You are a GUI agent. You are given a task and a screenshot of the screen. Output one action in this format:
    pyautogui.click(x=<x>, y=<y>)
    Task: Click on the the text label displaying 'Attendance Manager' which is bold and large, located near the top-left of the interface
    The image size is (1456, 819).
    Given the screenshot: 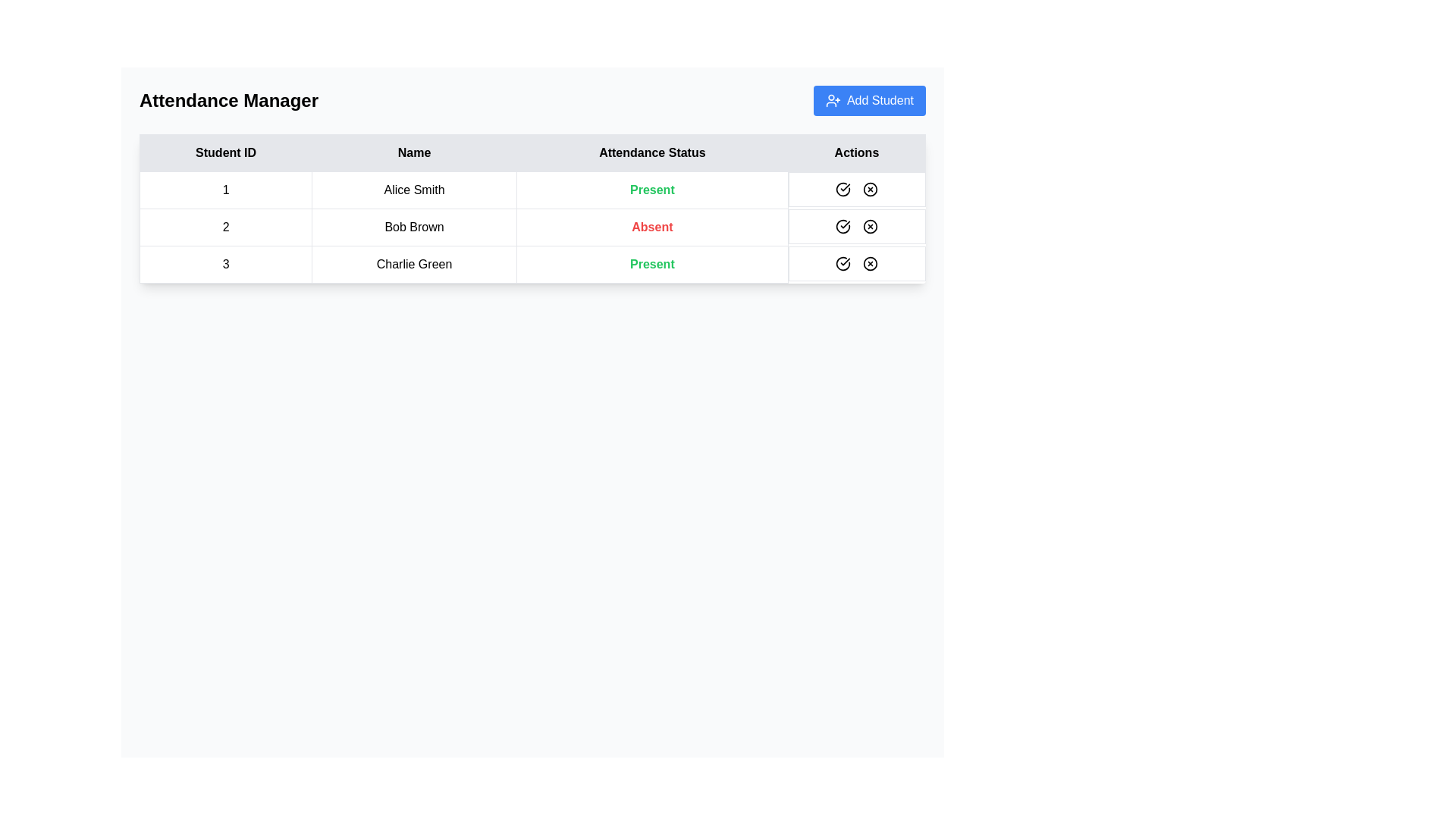 What is the action you would take?
    pyautogui.click(x=228, y=100)
    